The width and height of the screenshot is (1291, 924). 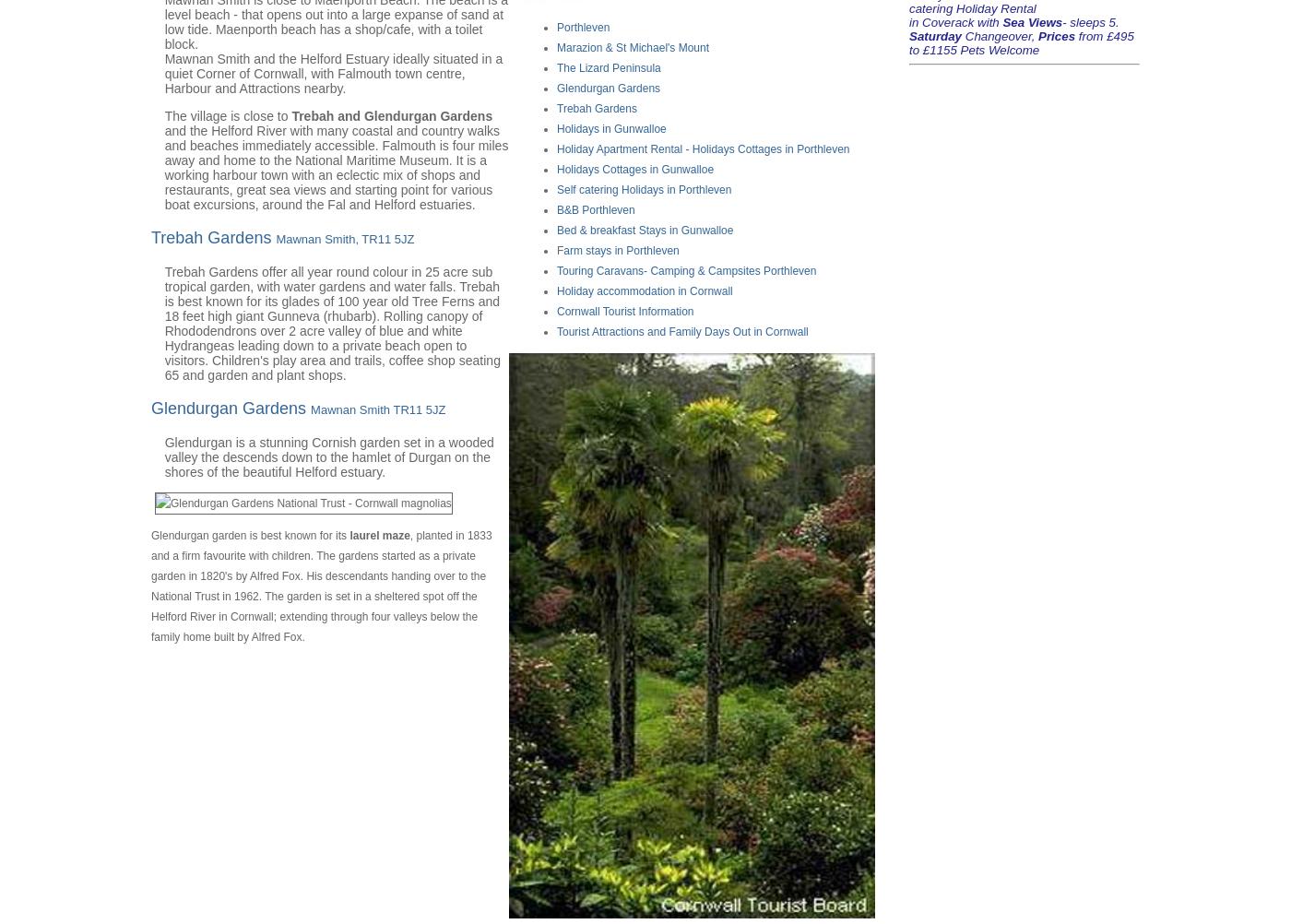 What do you see at coordinates (634, 168) in the screenshot?
I see `'Holidays 
                      Cottages in Gunwalloe'` at bounding box center [634, 168].